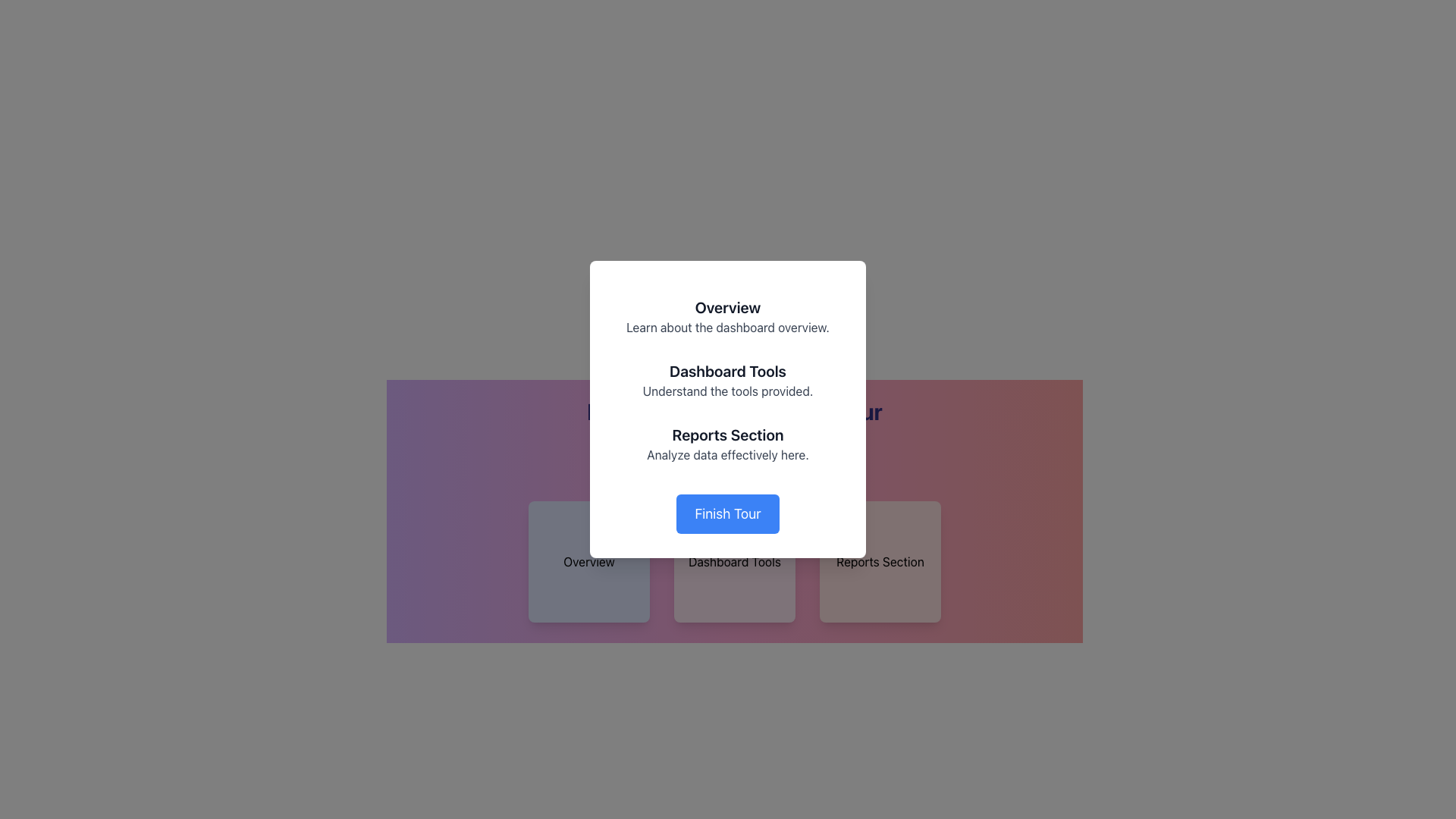 The height and width of the screenshot is (819, 1456). I want to click on information displayed in the Text header with a subtitle located below the 'Overview' section and above the 'Reports Section' within the card layout, so click(728, 379).